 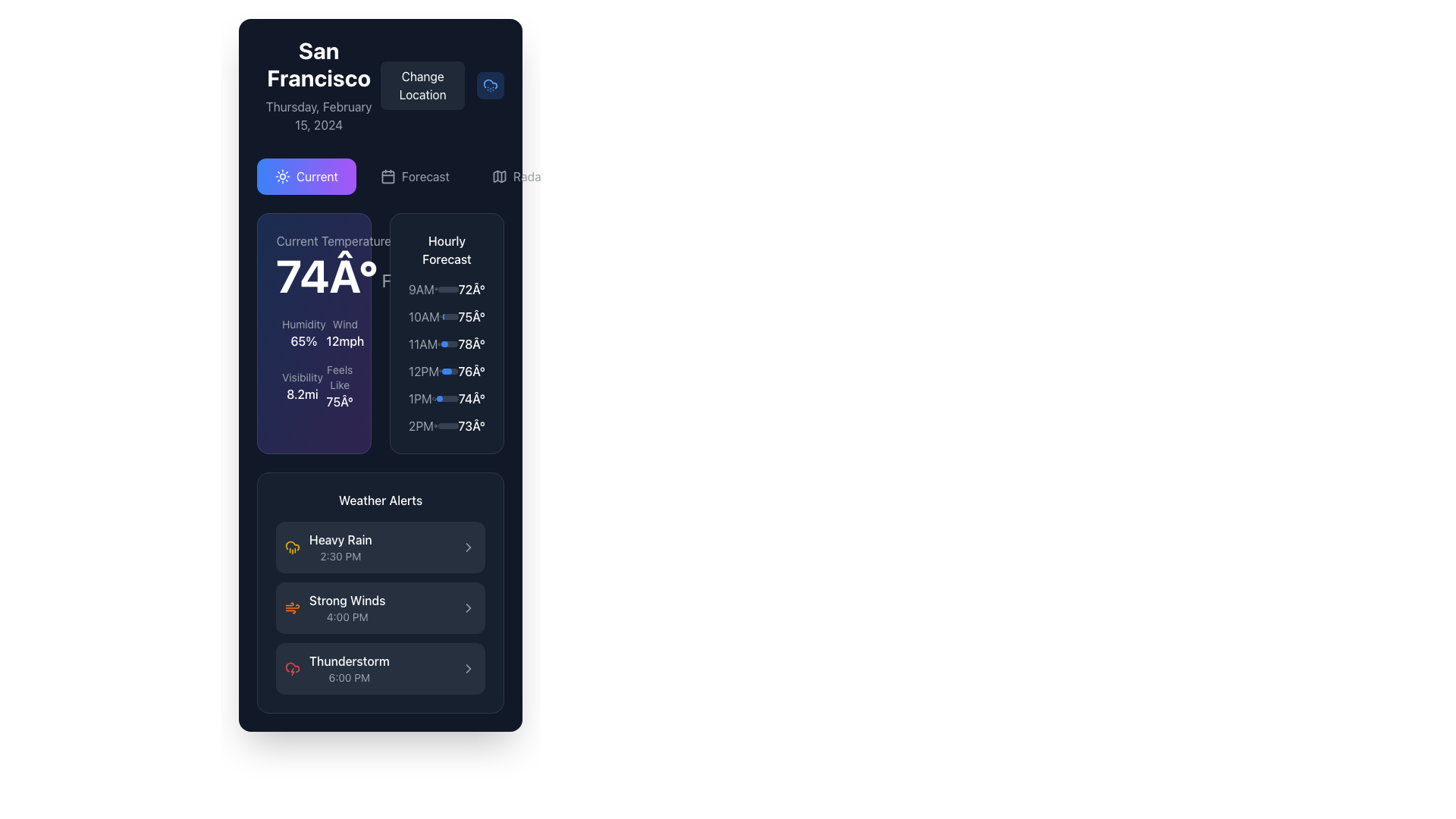 I want to click on the weather toggle button located to the right of the 'Change Location' button to activate hover effects, so click(x=491, y=85).